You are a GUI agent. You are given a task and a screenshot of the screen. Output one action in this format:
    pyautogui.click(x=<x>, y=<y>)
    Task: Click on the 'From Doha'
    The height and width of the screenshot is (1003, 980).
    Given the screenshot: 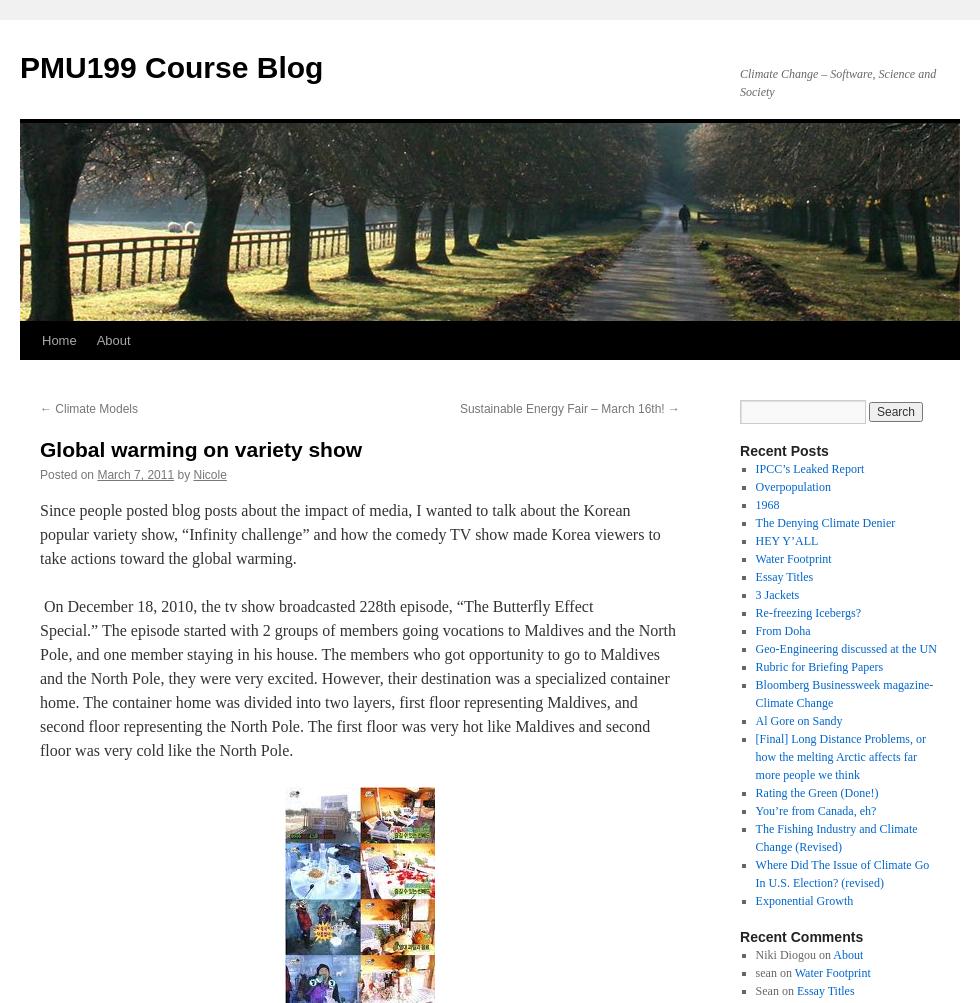 What is the action you would take?
    pyautogui.click(x=782, y=630)
    